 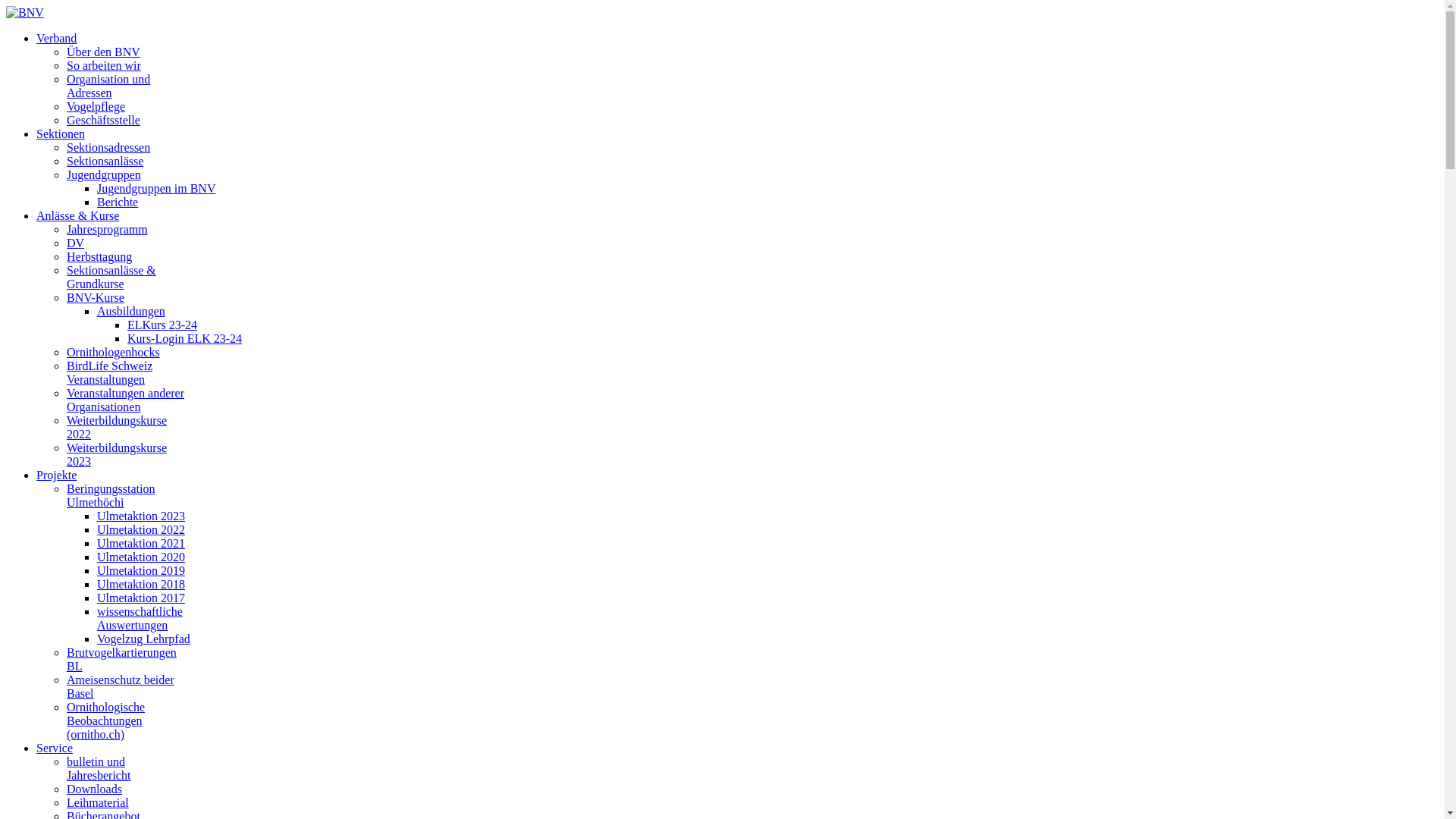 I want to click on 'Weiterbildungskurse 2022', so click(x=65, y=427).